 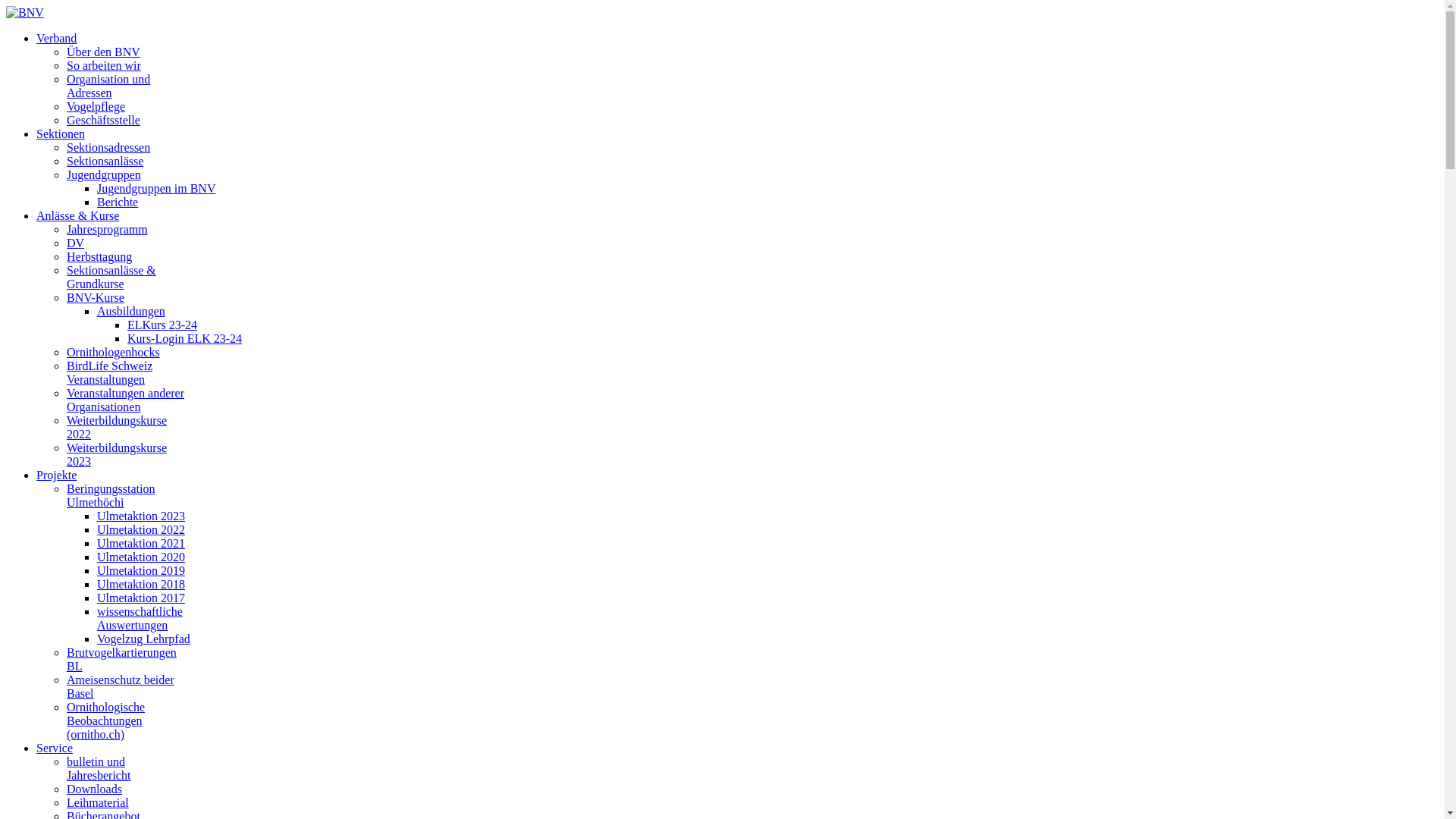 I want to click on 'Weiterbildungskurse 2022', so click(x=65, y=427).